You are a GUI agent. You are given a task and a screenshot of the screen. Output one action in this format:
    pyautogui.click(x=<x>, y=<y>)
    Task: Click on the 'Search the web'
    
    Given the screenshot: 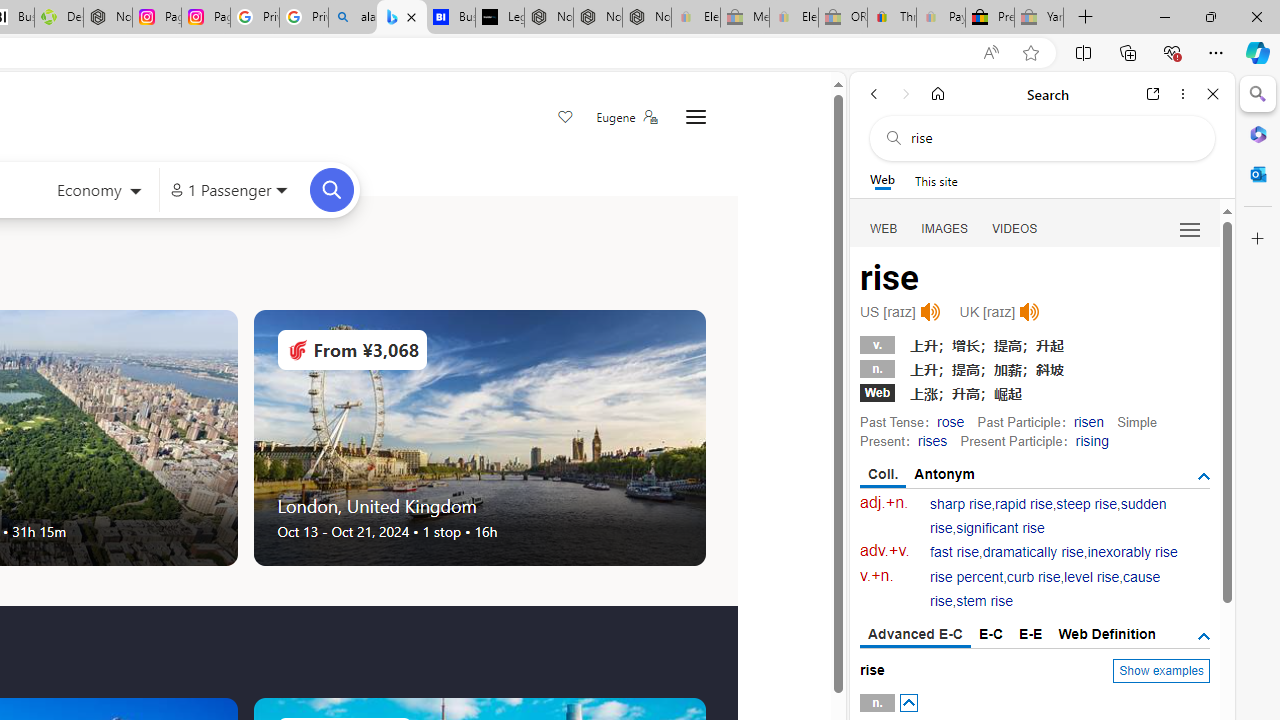 What is the action you would take?
    pyautogui.click(x=1051, y=137)
    